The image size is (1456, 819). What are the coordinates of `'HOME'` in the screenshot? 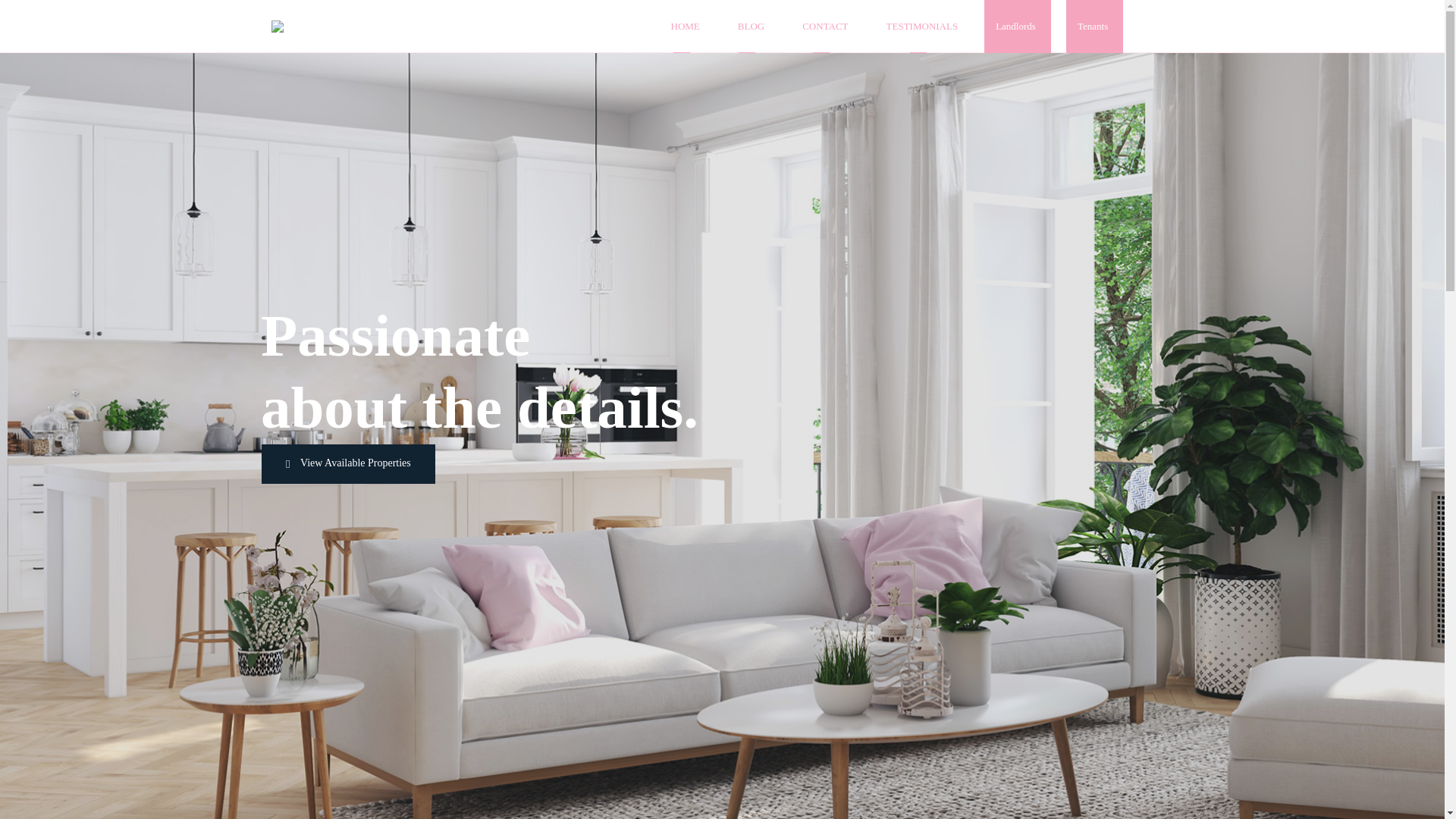 It's located at (667, 26).